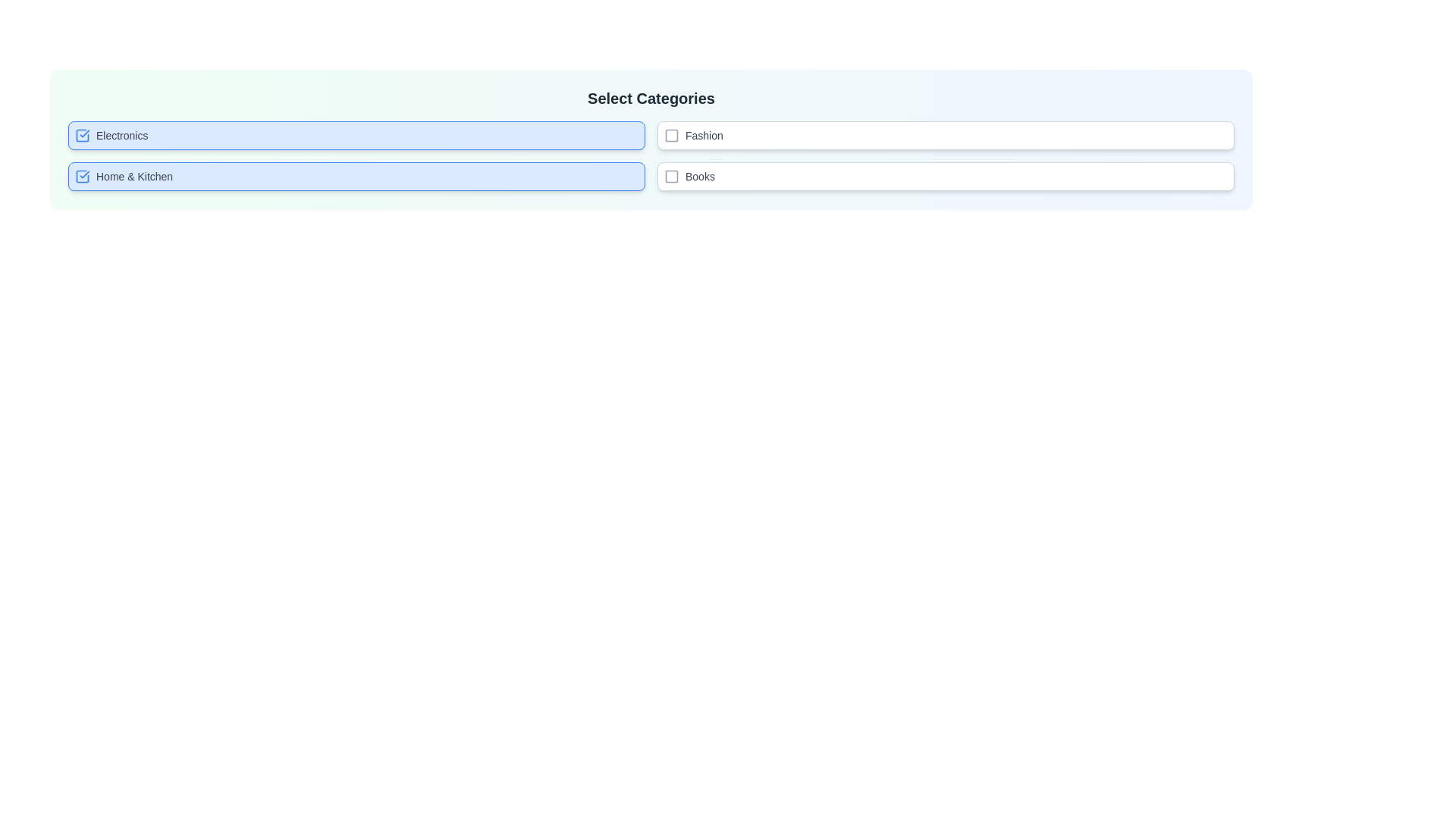 The image size is (1456, 819). What do you see at coordinates (82, 175) in the screenshot?
I see `the blue square-shaped checkbox indicator with a checkmark, located on the left side of the 'Home & Kitchen' category under the 'Select Categories' heading, to receive interaction feedback` at bounding box center [82, 175].